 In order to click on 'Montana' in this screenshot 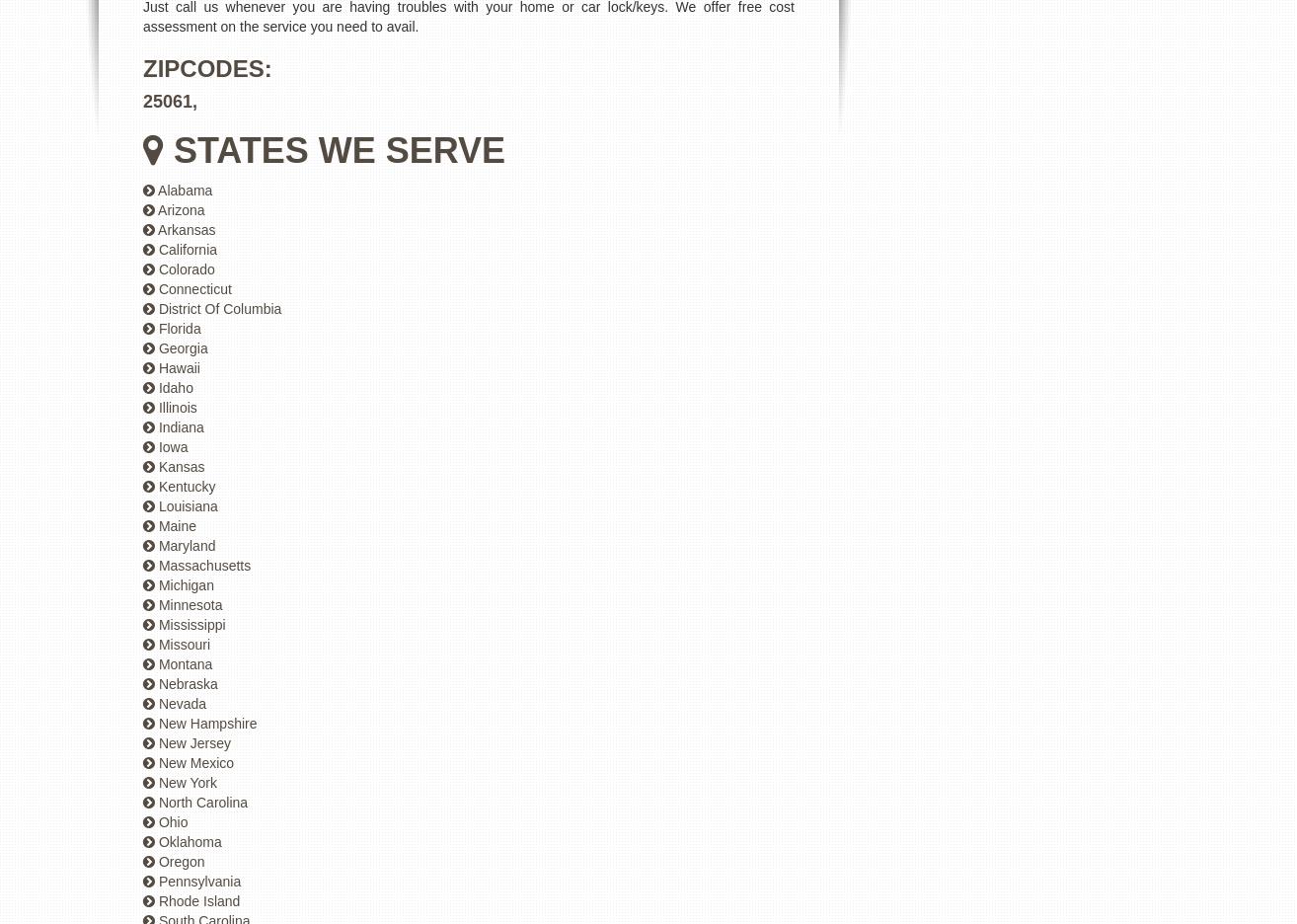, I will do `click(184, 663)`.